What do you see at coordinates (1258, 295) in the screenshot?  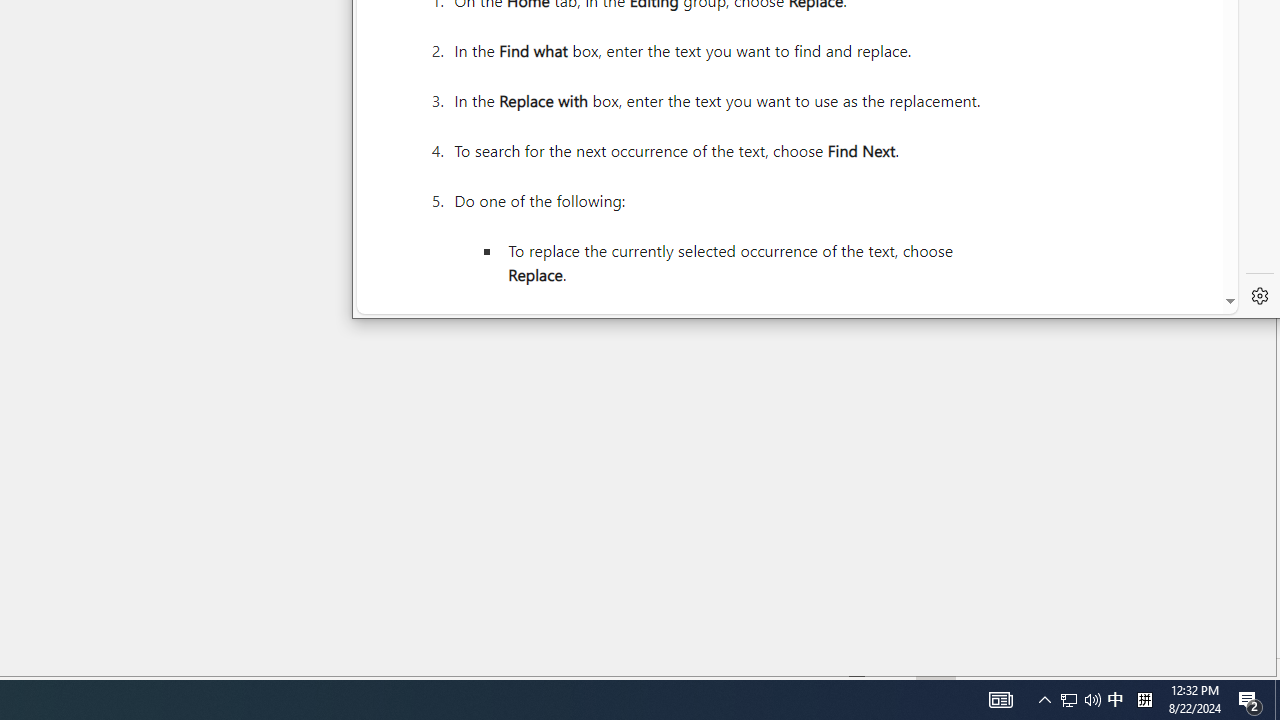 I see `'Settings'` at bounding box center [1258, 295].